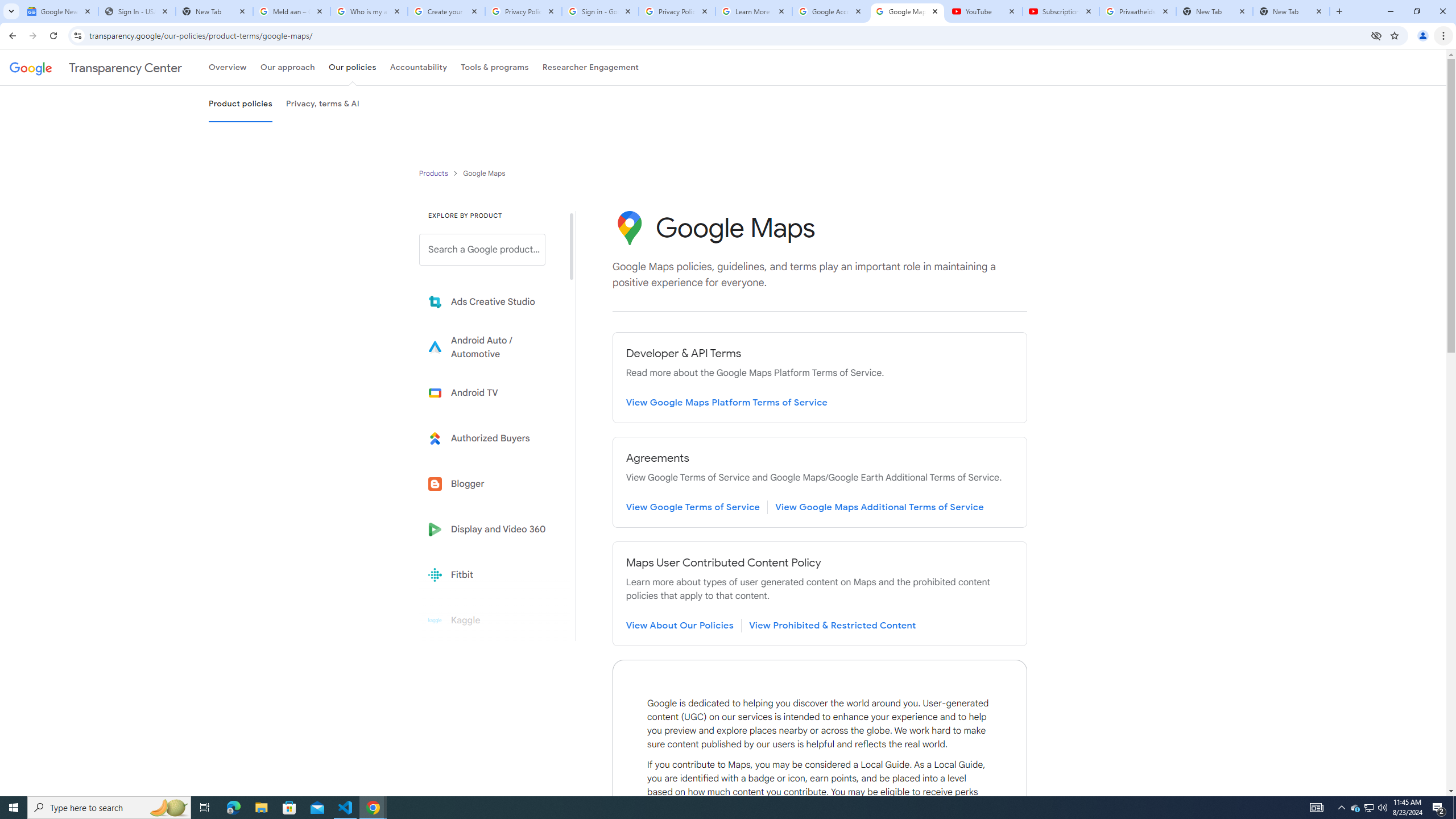 Image resolution: width=1456 pixels, height=819 pixels. I want to click on 'Sign in - Google Accounts', so click(599, 11).